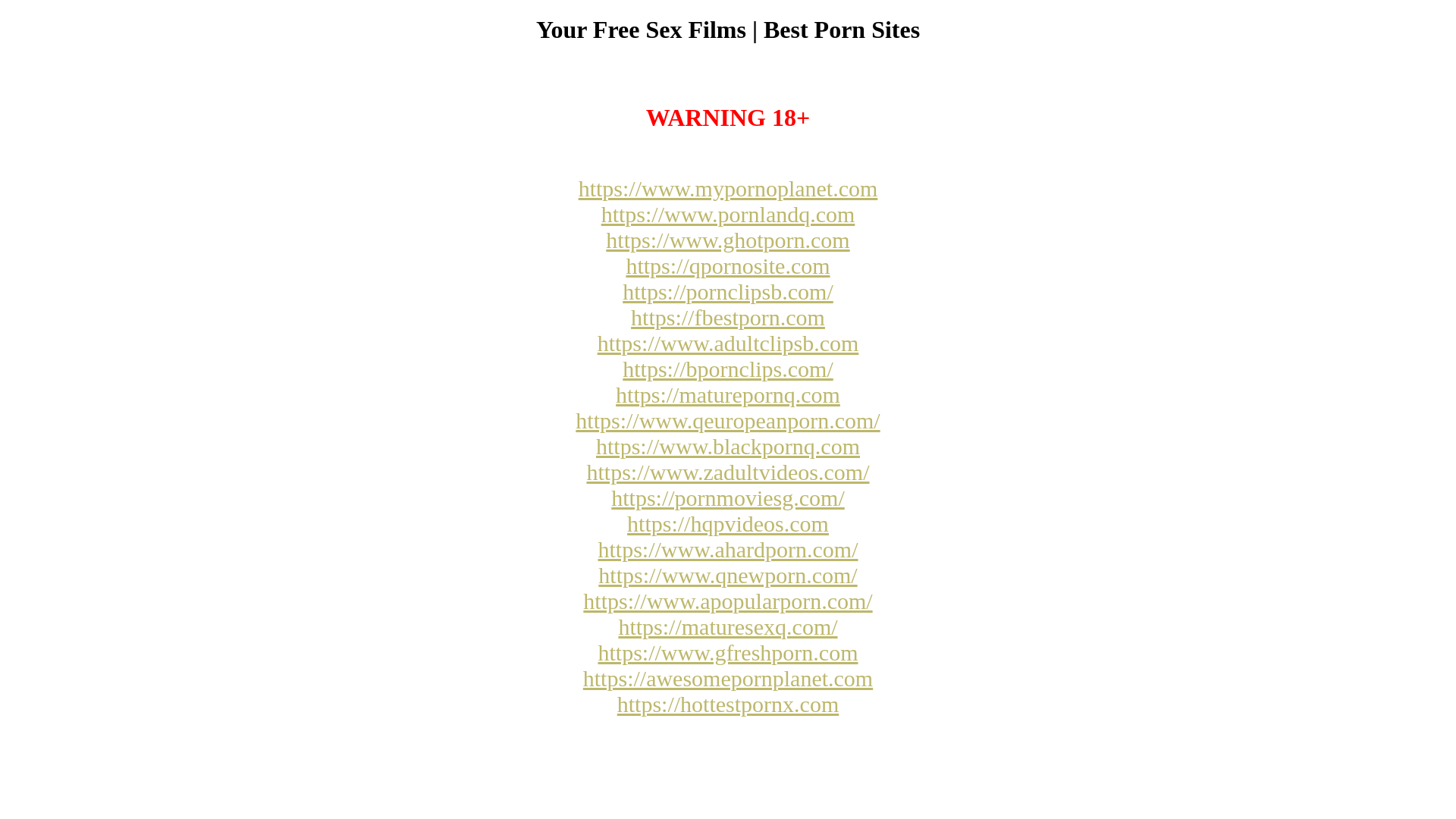 The width and height of the screenshot is (1456, 819). Describe the element at coordinates (728, 704) in the screenshot. I see `'https://hottestpornx.com'` at that location.